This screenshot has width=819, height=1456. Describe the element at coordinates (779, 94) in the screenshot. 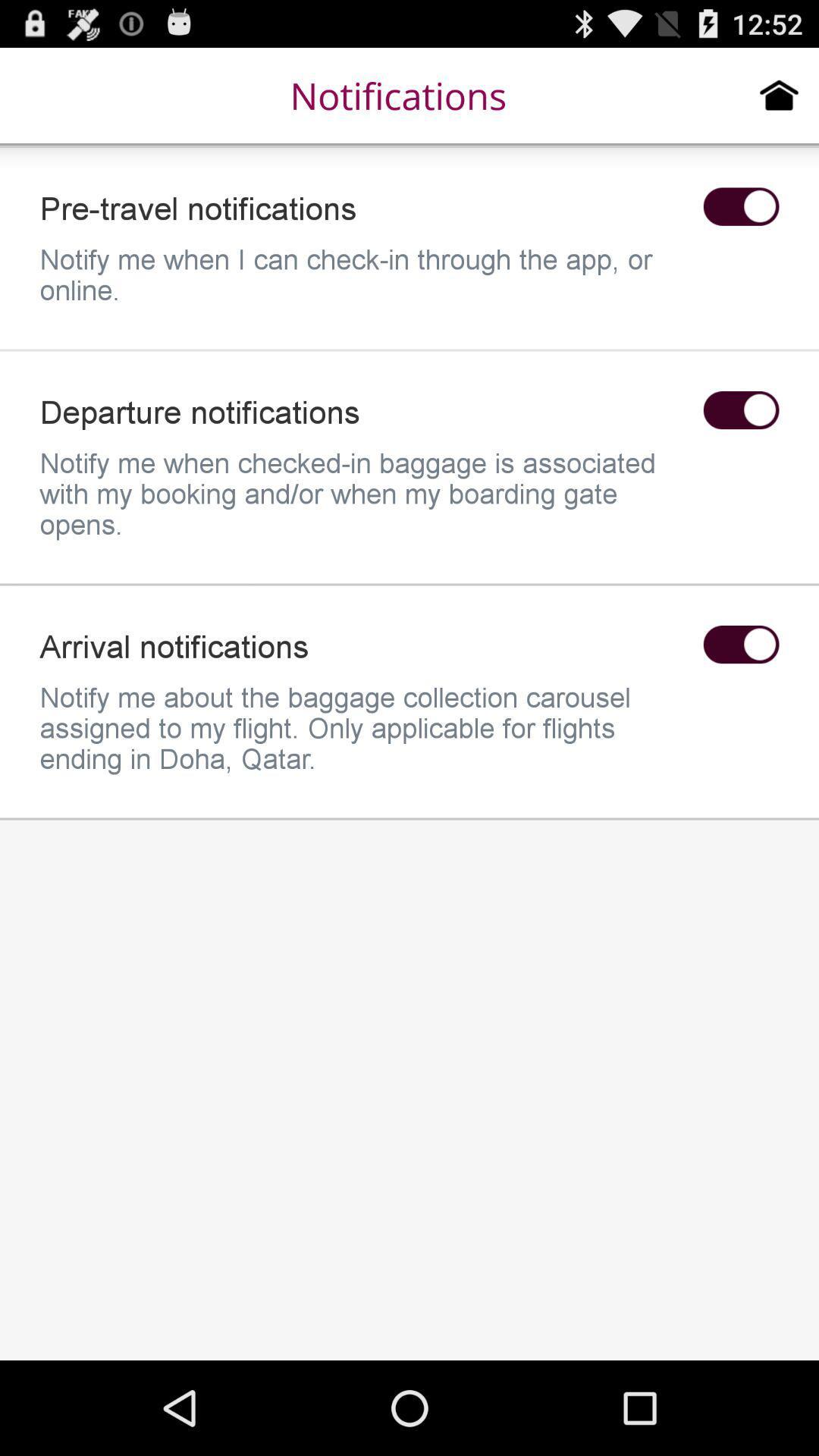

I see `home` at that location.